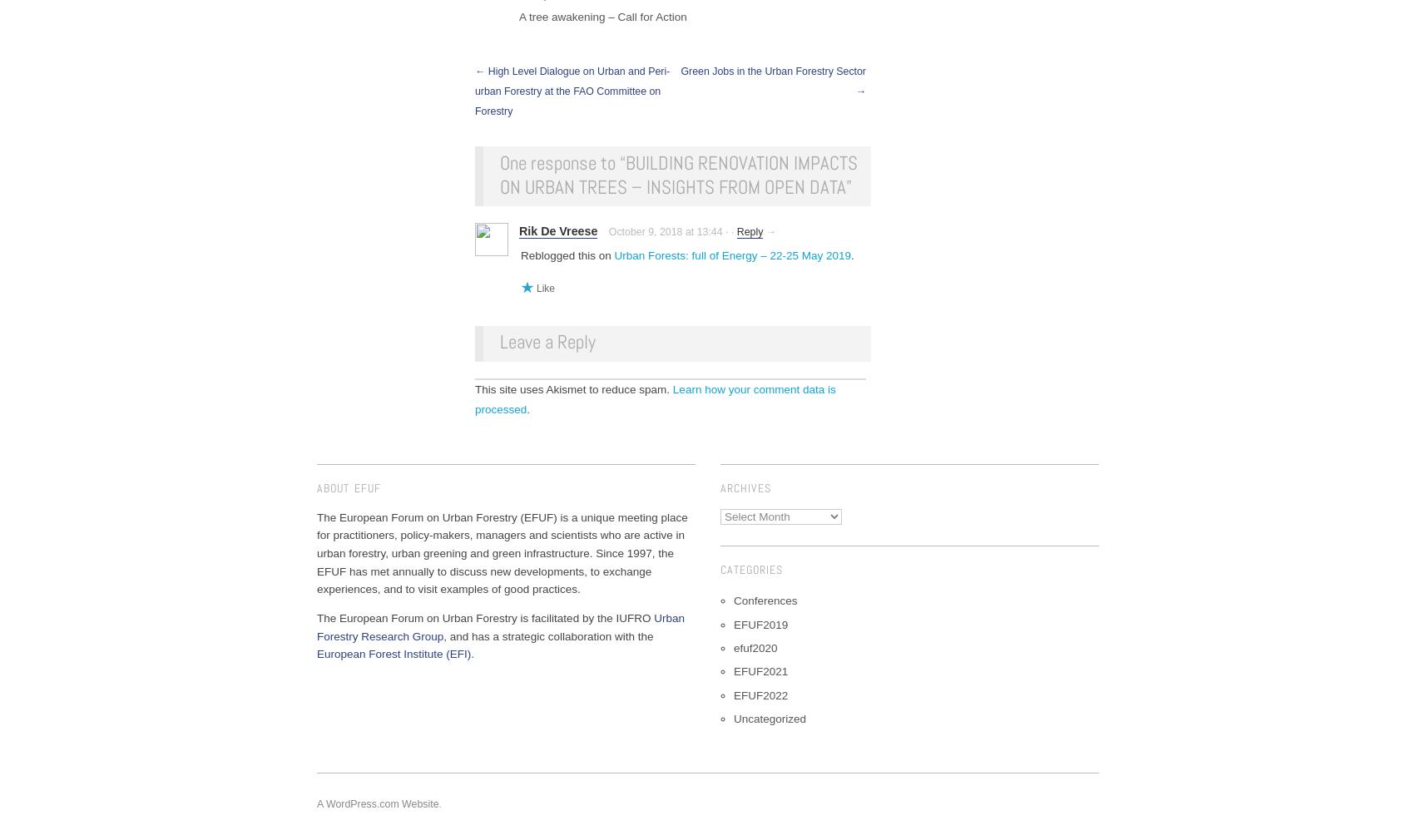 The image size is (1416, 840). Describe the element at coordinates (502, 551) in the screenshot. I see `'The European Forum on Urban Forestry (EFUF) is a unique meeting place for practitioners, policy-makers, managers and scientists who are active in urban forestry, urban greening and green infrastructure. Since 1997, the EFUF has met annually to discuss new developments, to exchange experiences, and to visit examples of good practices.'` at that location.